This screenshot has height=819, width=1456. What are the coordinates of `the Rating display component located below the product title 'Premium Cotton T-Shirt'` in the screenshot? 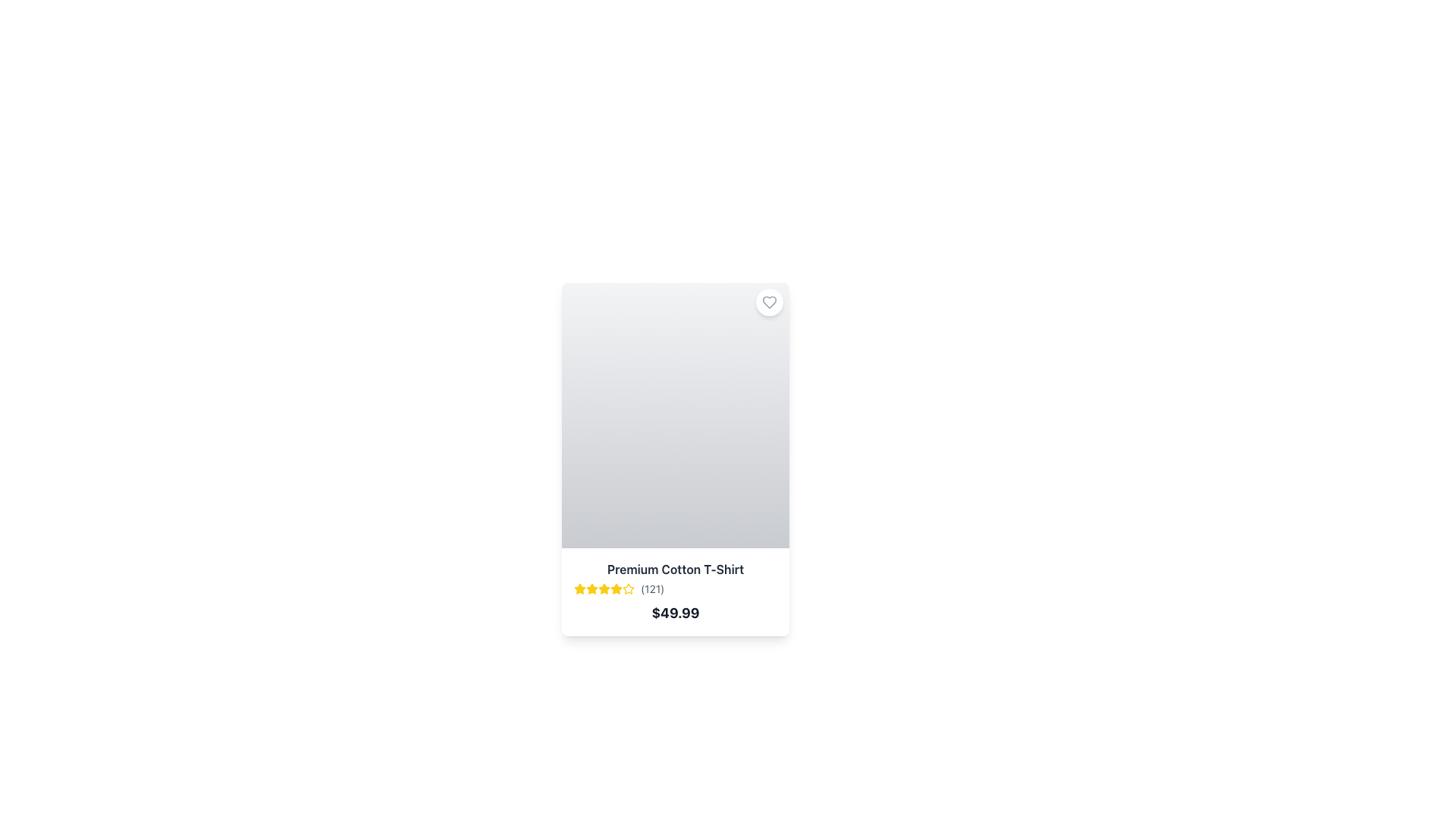 It's located at (675, 588).